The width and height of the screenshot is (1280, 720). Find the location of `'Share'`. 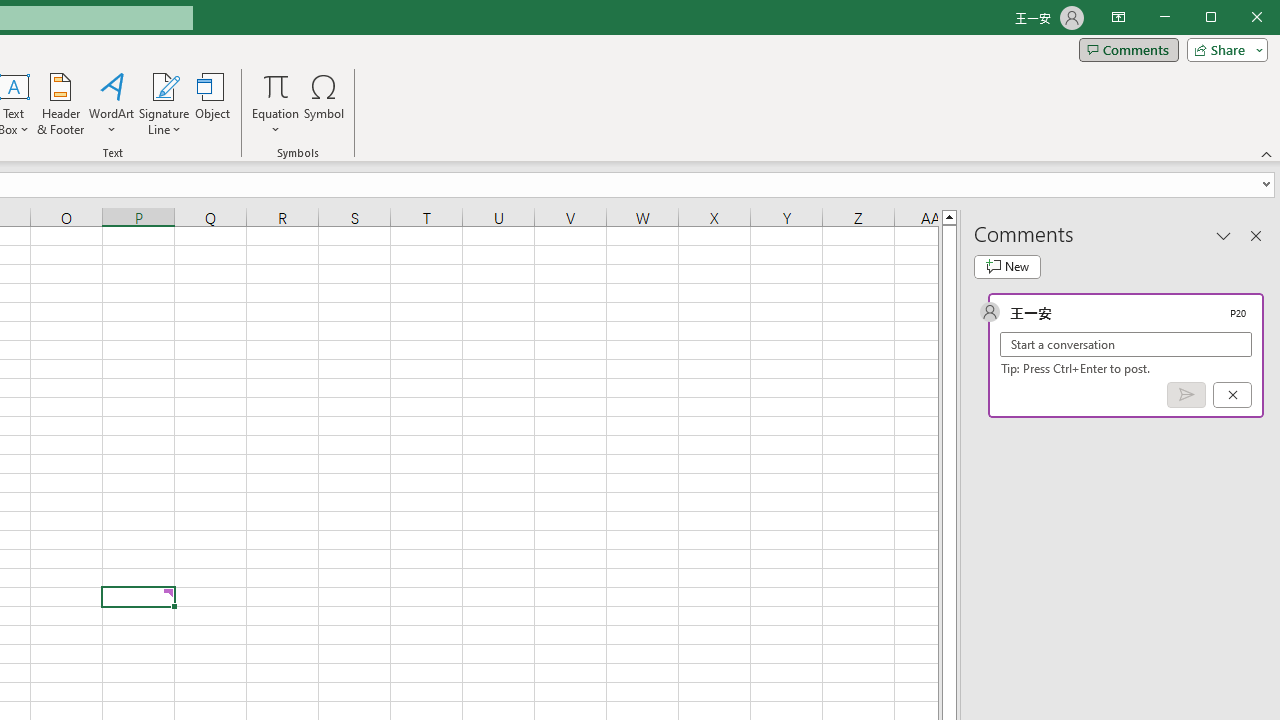

'Share' is located at coordinates (1222, 49).